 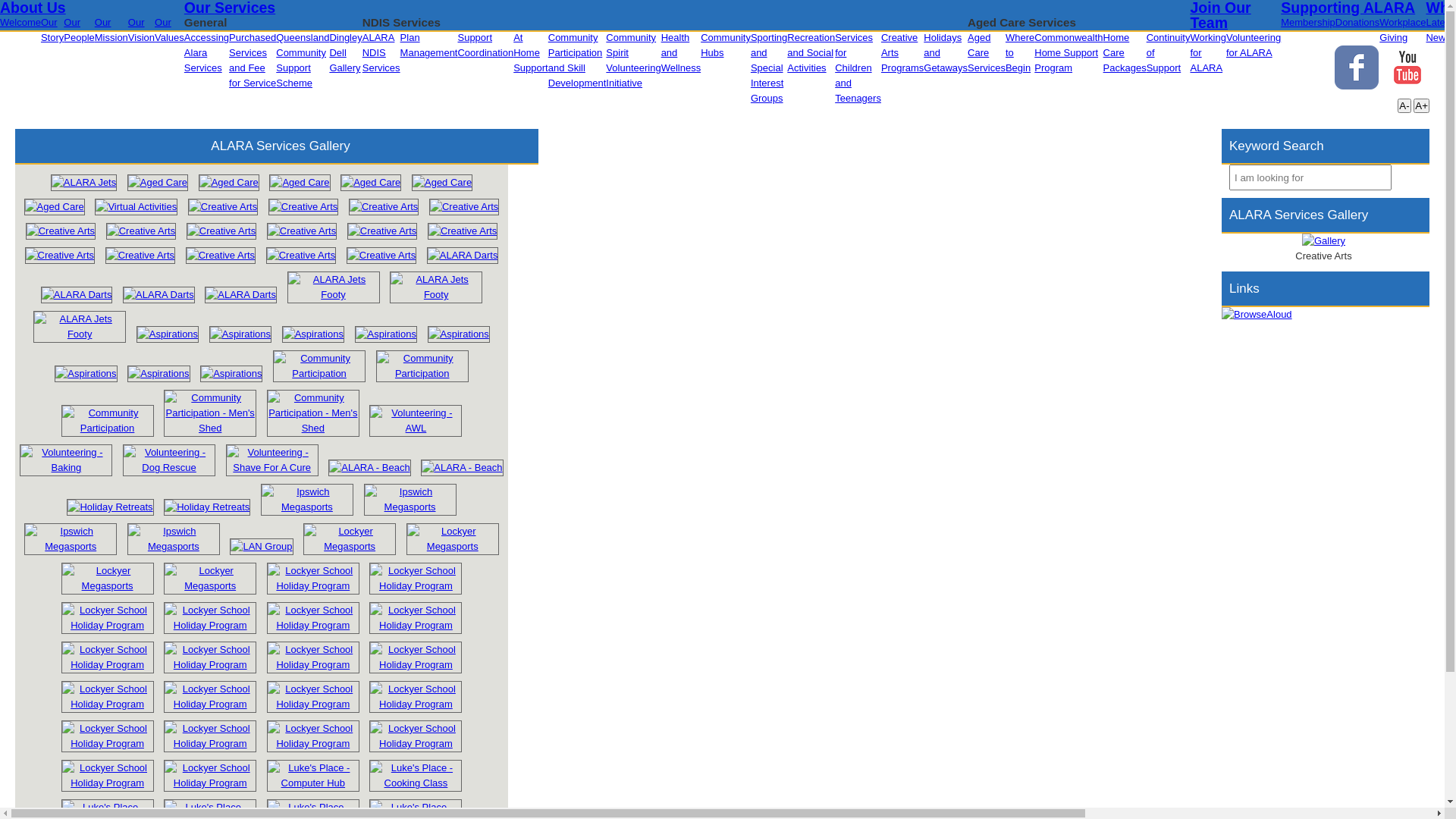 What do you see at coordinates (261, 546) in the screenshot?
I see `'LAN Group'` at bounding box center [261, 546].